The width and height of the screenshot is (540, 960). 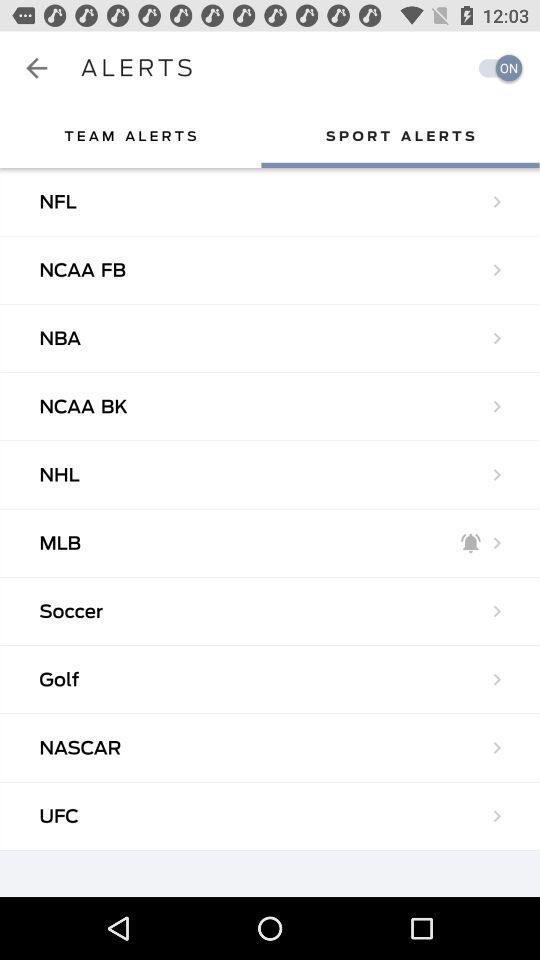 What do you see at coordinates (494, 68) in the screenshot?
I see `turn on-off button` at bounding box center [494, 68].